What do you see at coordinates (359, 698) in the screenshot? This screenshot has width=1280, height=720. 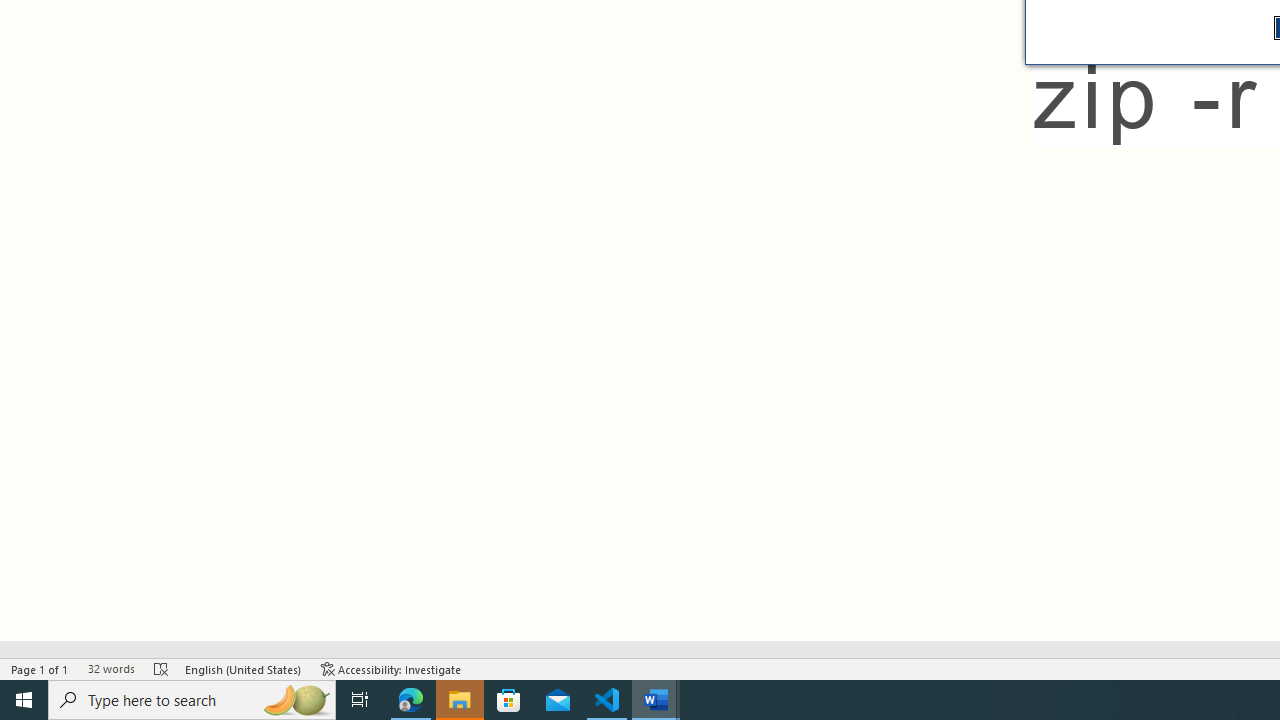 I see `'Task View'` at bounding box center [359, 698].